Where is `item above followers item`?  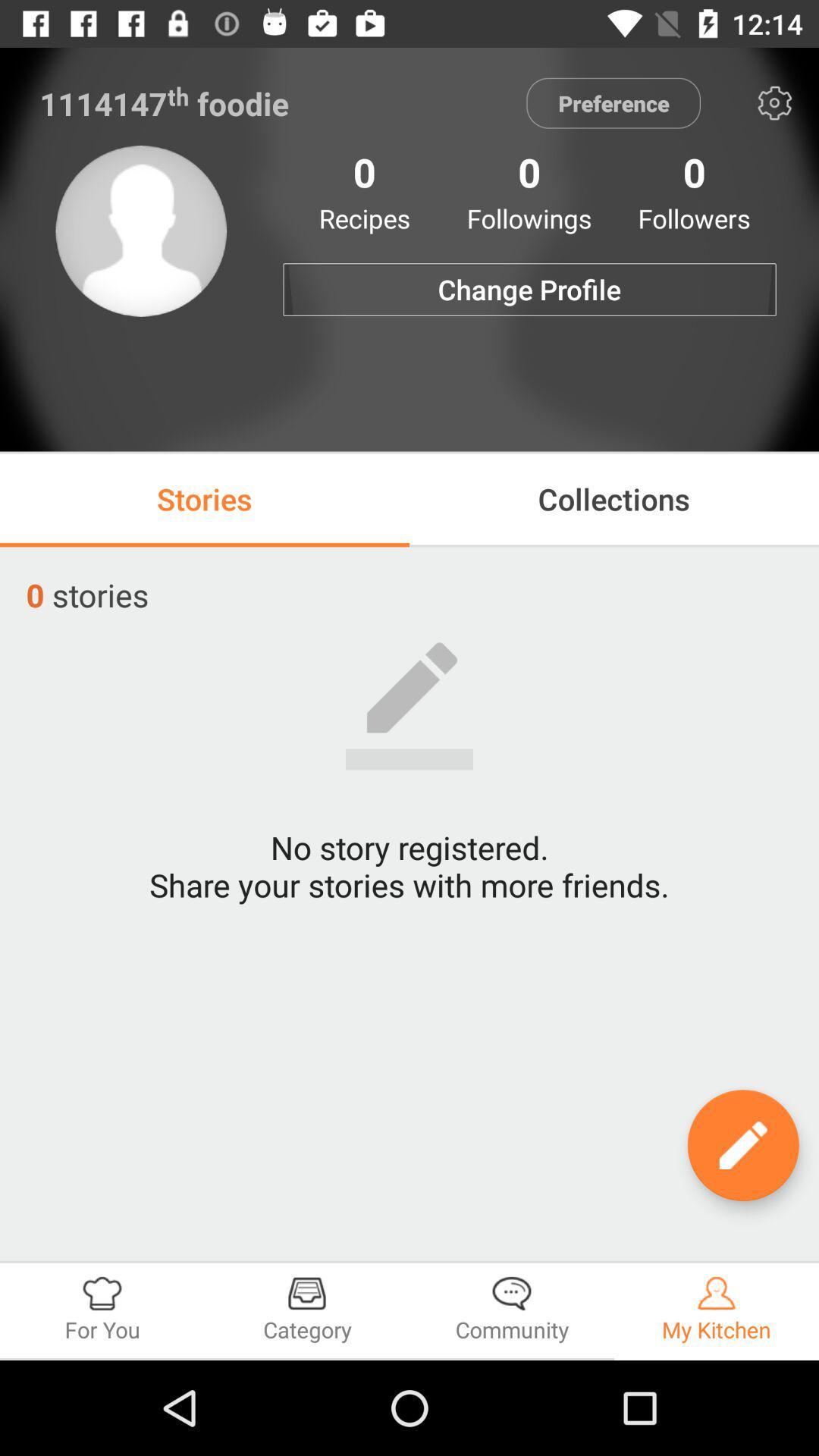
item above followers item is located at coordinates (774, 102).